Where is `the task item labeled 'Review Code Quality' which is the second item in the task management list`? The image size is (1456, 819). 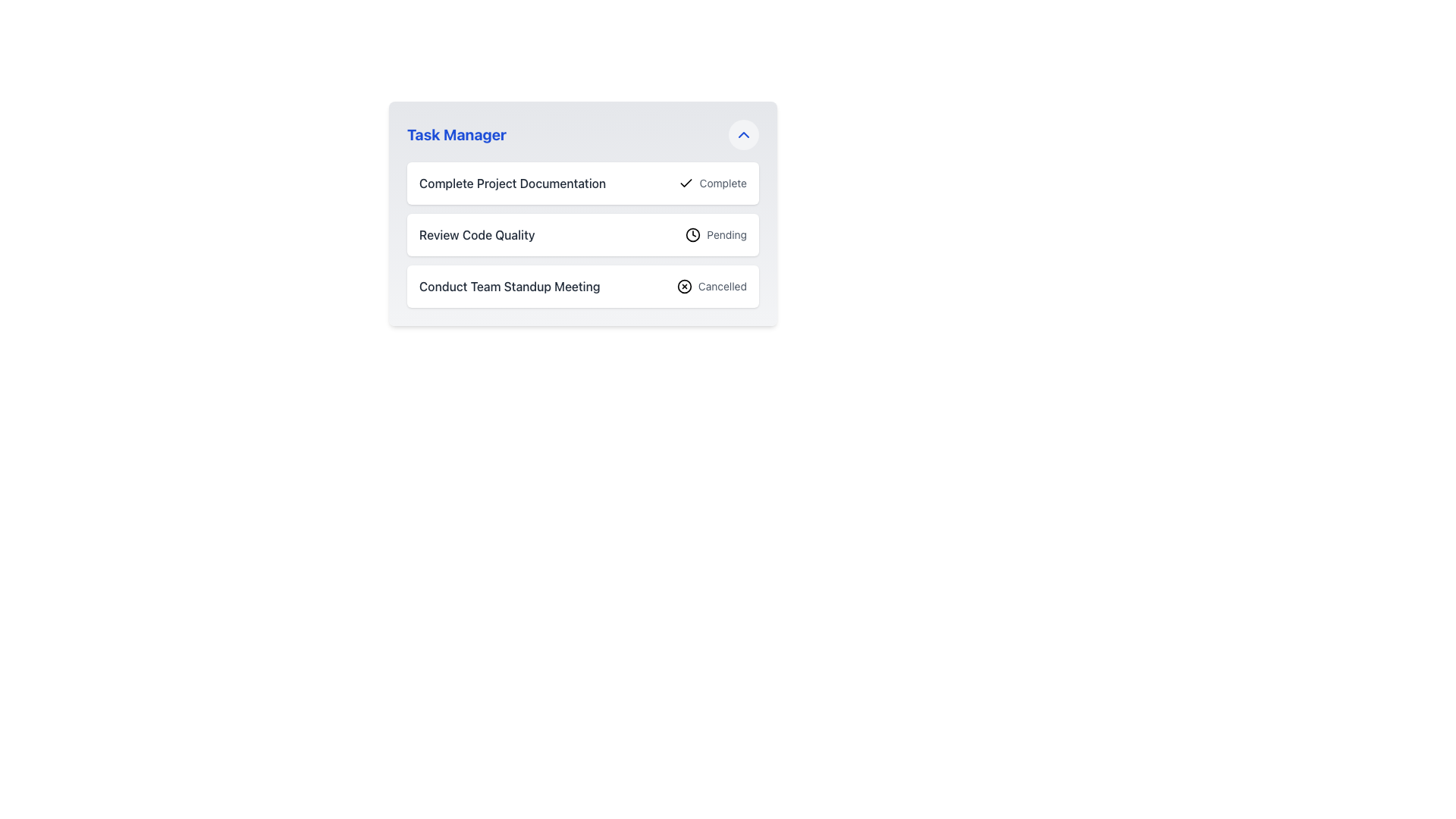
the task item labeled 'Review Code Quality' which is the second item in the task management list is located at coordinates (582, 234).